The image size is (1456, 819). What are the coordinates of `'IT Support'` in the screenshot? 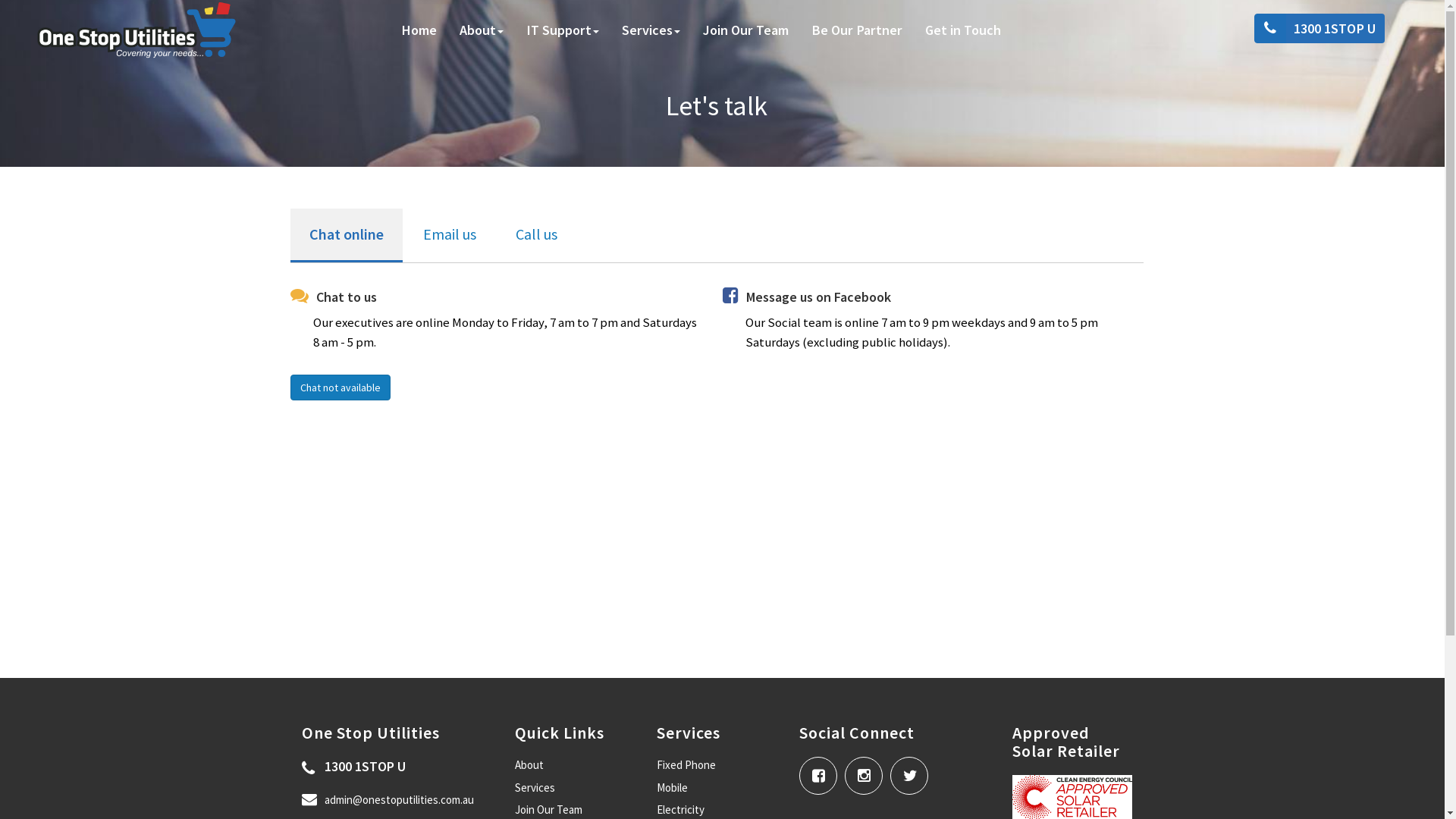 It's located at (562, 30).